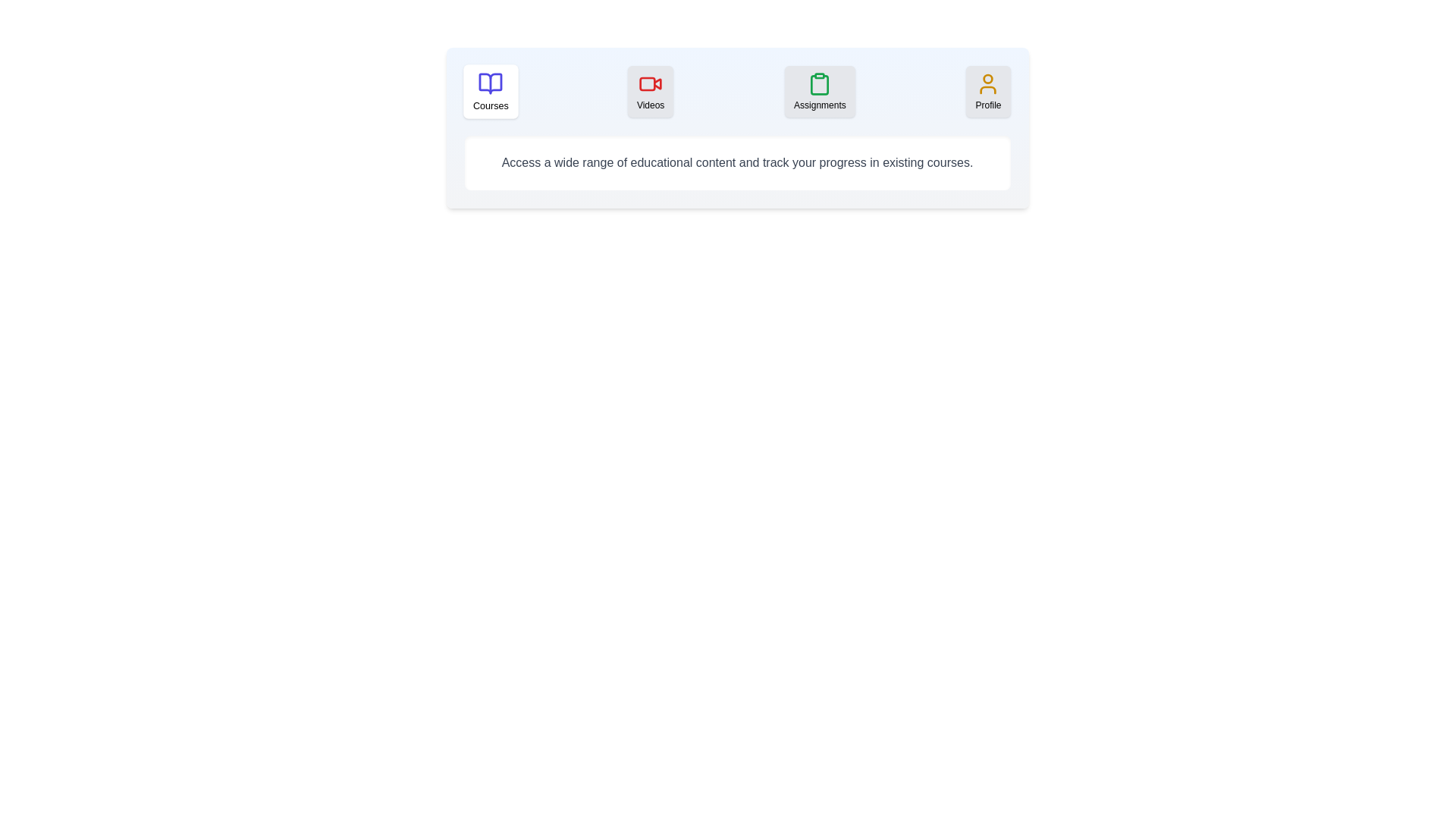  I want to click on the tab labeled Courses to observe its hover effect, so click(490, 91).